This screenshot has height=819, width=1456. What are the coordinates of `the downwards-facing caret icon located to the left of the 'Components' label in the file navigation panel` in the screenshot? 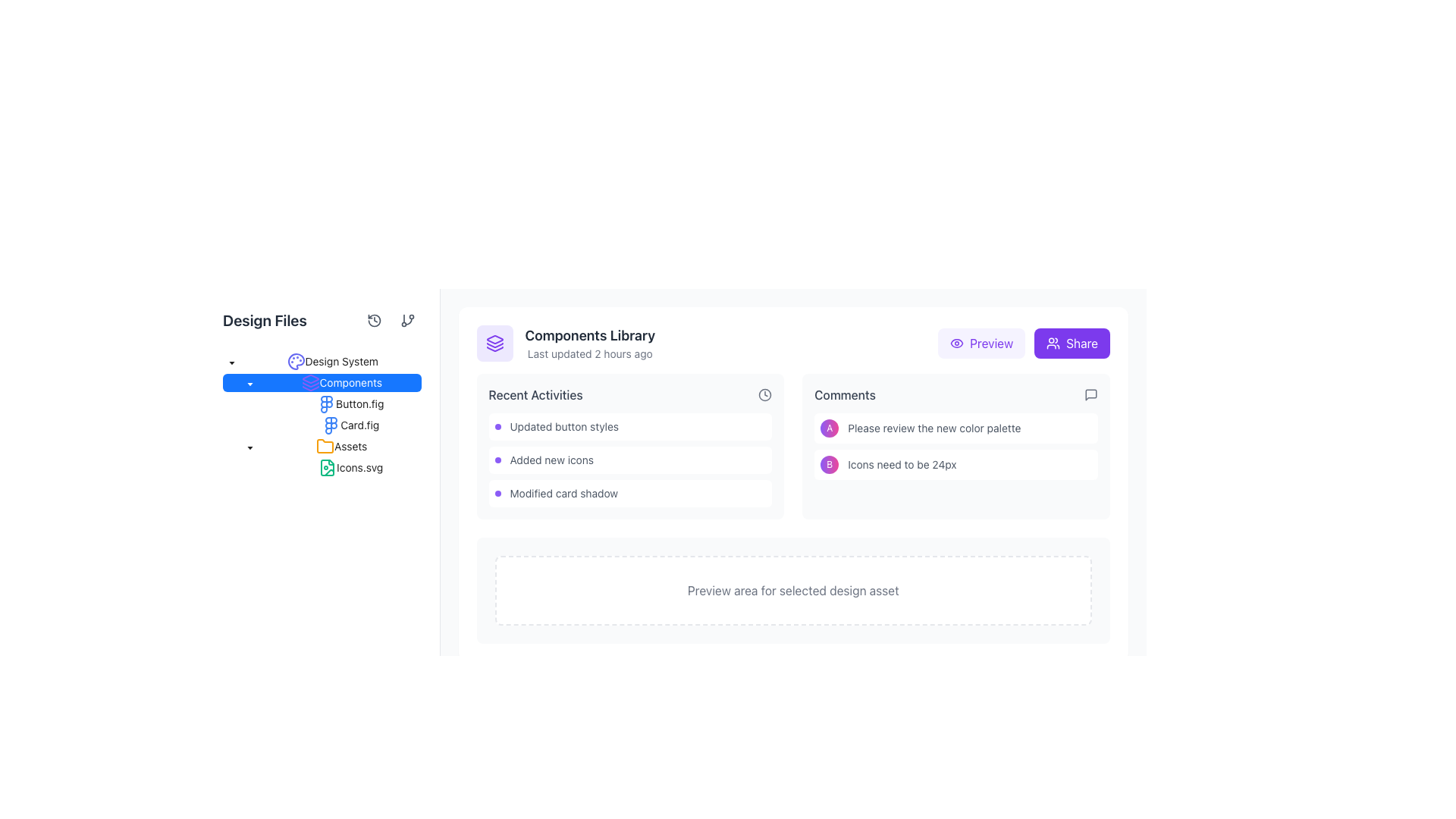 It's located at (250, 447).